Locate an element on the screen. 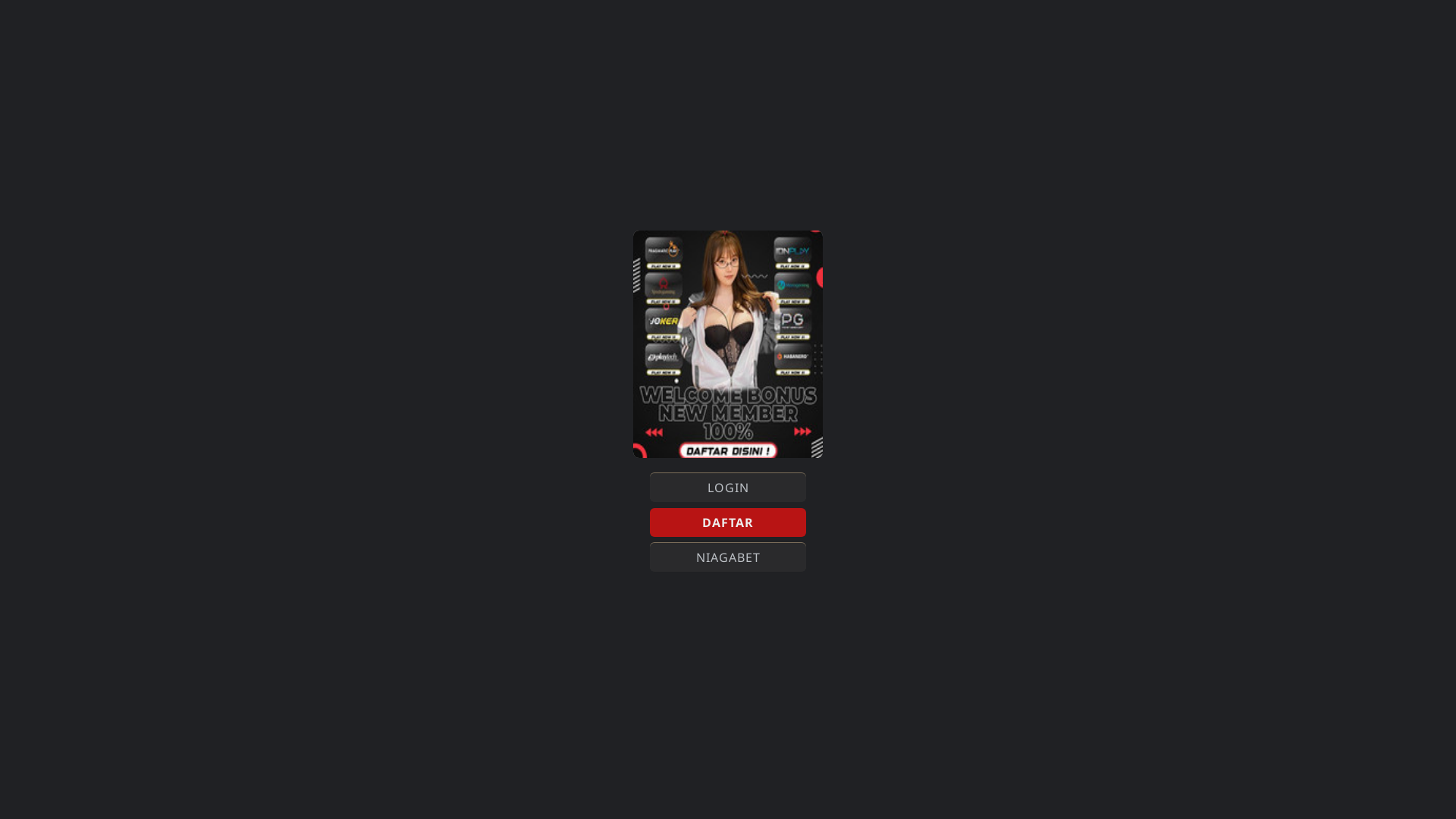  'DAFTAR' is located at coordinates (728, 522).